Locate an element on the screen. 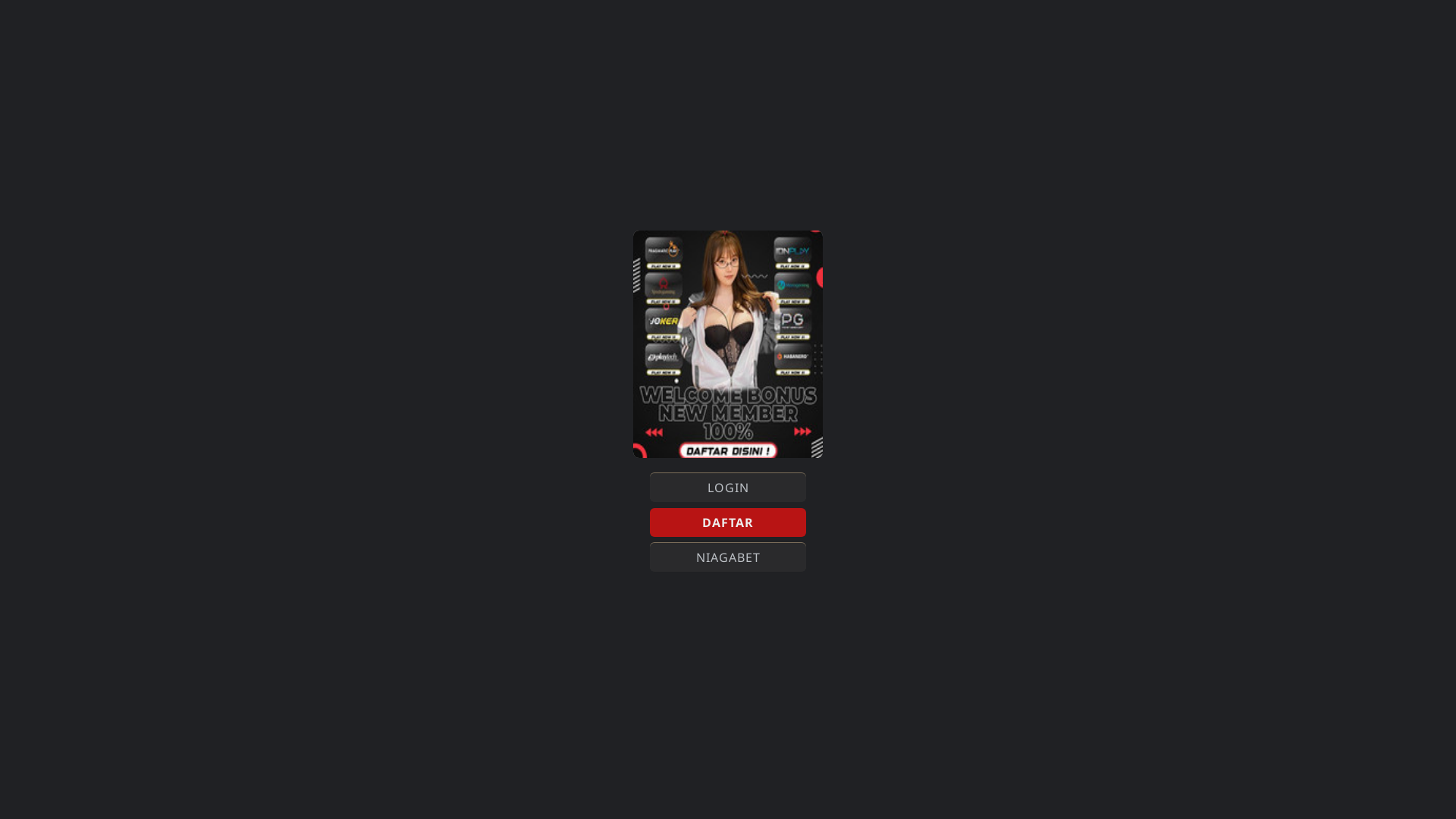  'DAFTAR' is located at coordinates (728, 522).